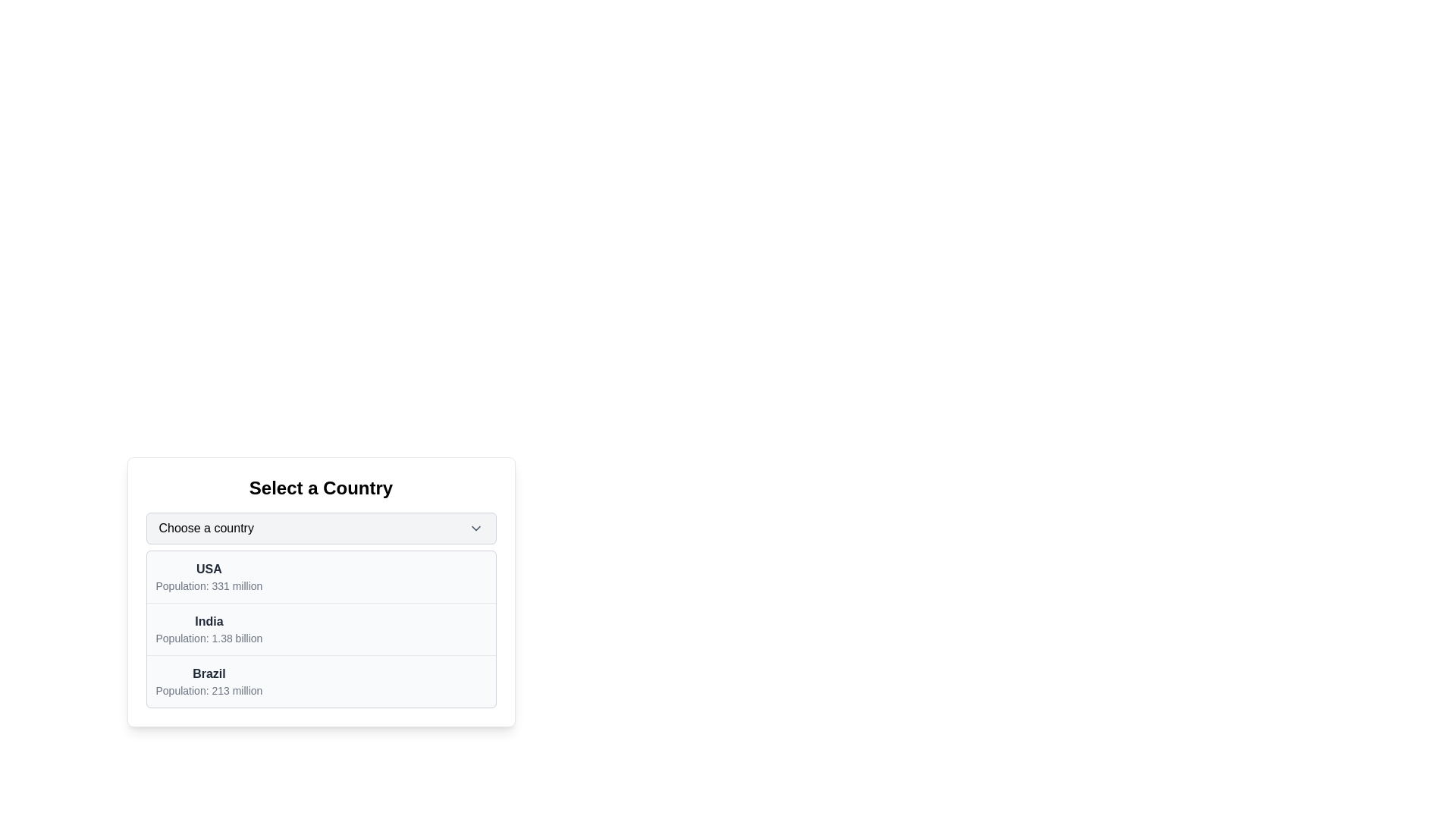 This screenshot has height=819, width=1456. What do you see at coordinates (206, 528) in the screenshot?
I see `the text label displaying 'Choose a country', which is styled in a simple sans-serif font and is part of a dropdown-like component with a light gray background` at bounding box center [206, 528].